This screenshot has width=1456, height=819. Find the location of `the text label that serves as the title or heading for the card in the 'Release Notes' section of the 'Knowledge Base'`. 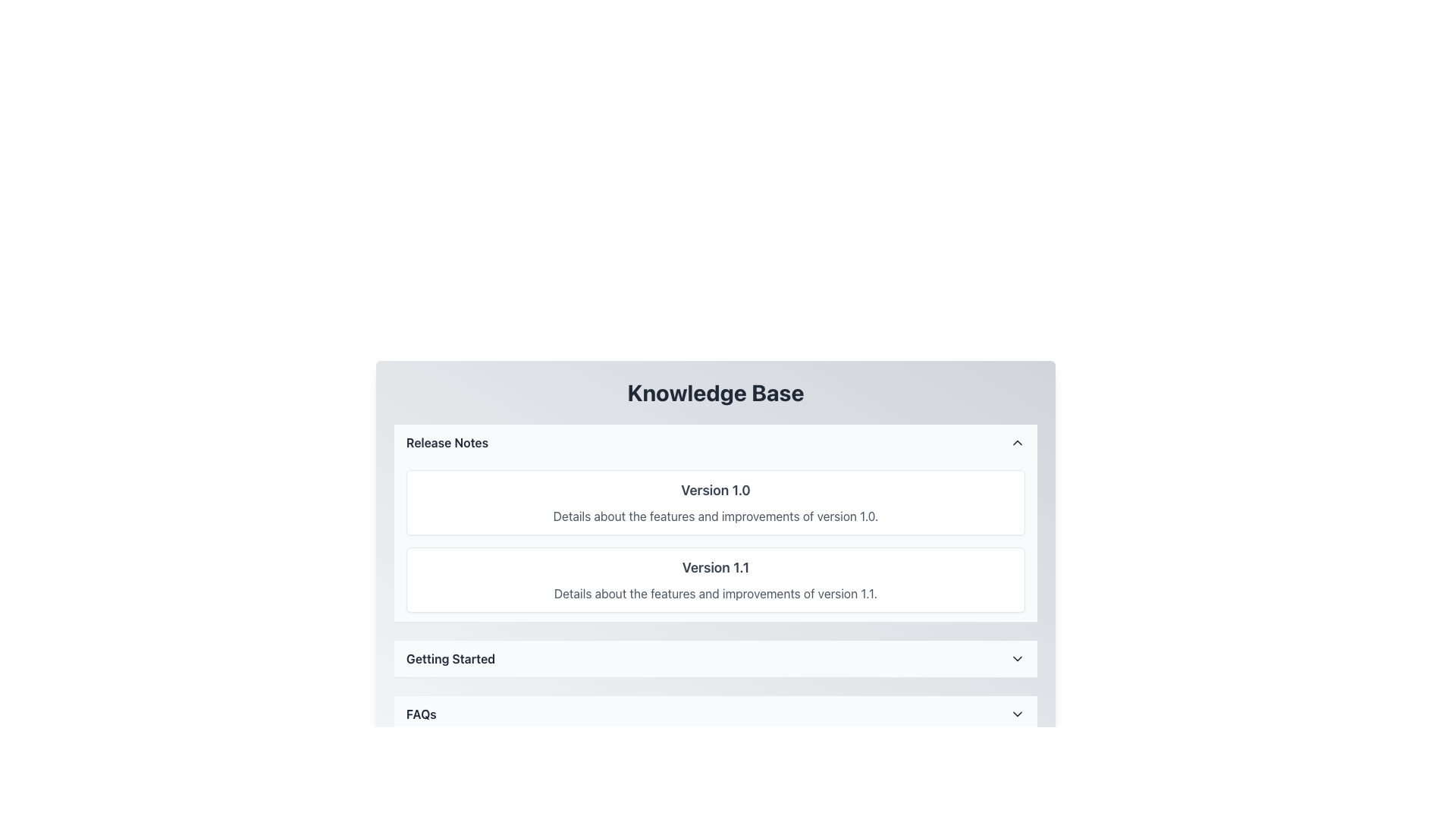

the text label that serves as the title or heading for the card in the 'Release Notes' section of the 'Knowledge Base' is located at coordinates (715, 491).